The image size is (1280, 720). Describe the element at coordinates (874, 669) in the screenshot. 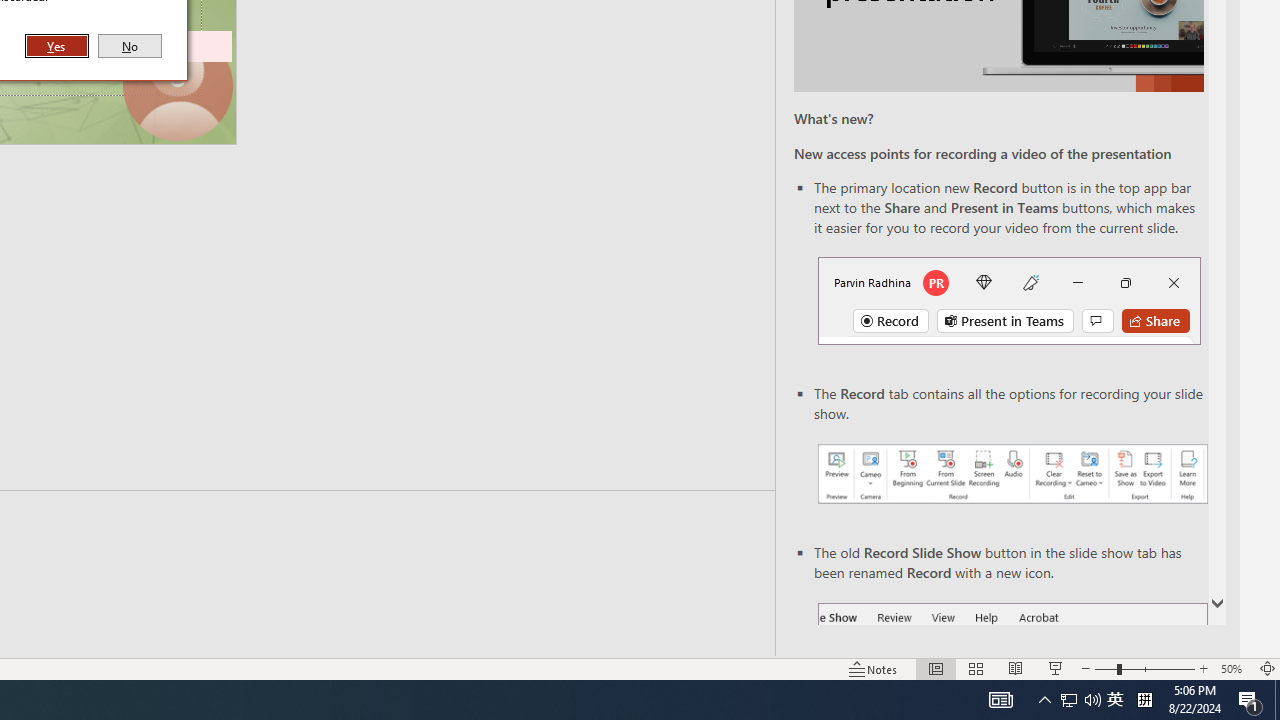

I see `'Notes '` at that location.